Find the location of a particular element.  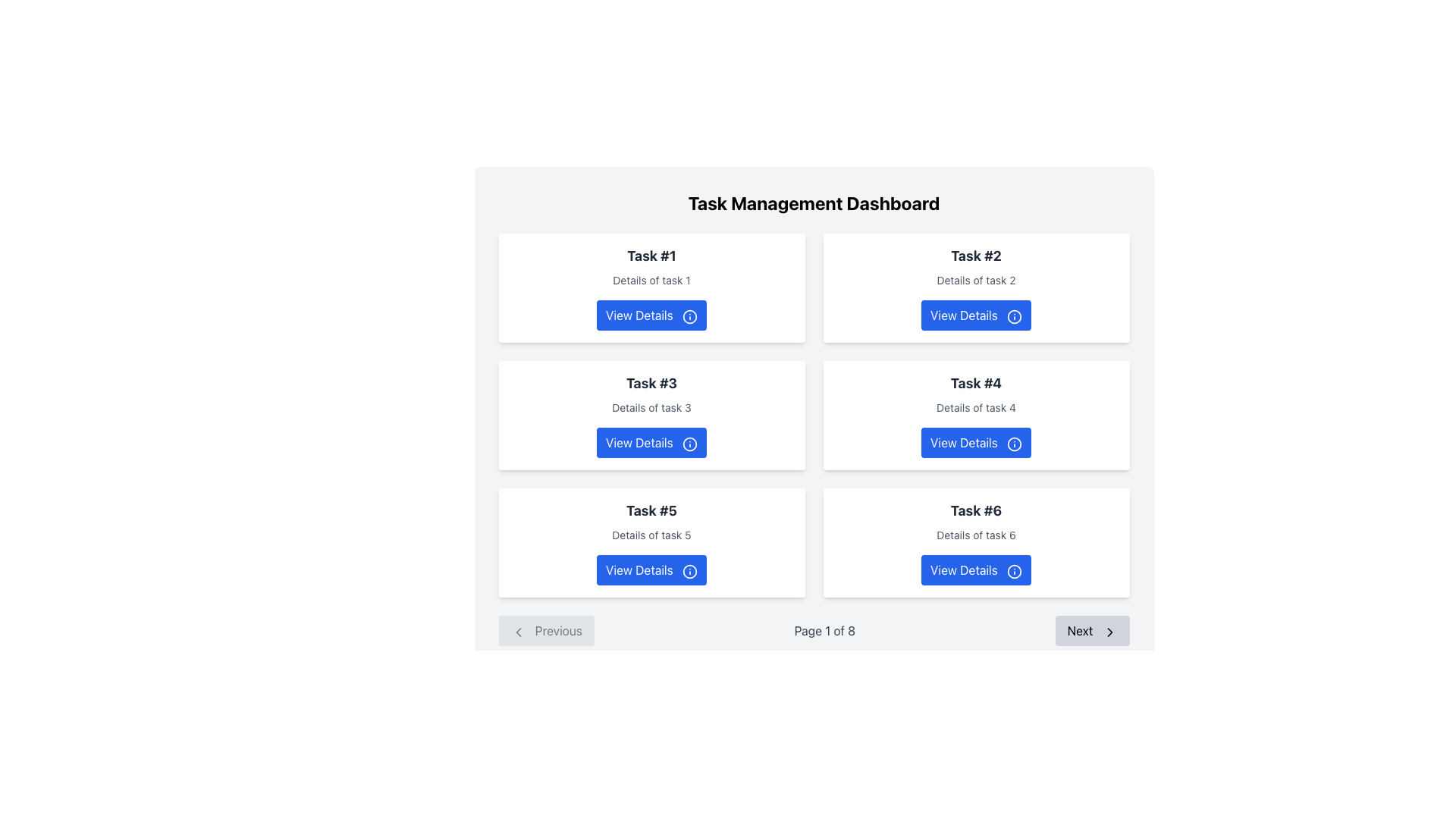

the button located in the second card labeled 'Task #2' is located at coordinates (976, 315).